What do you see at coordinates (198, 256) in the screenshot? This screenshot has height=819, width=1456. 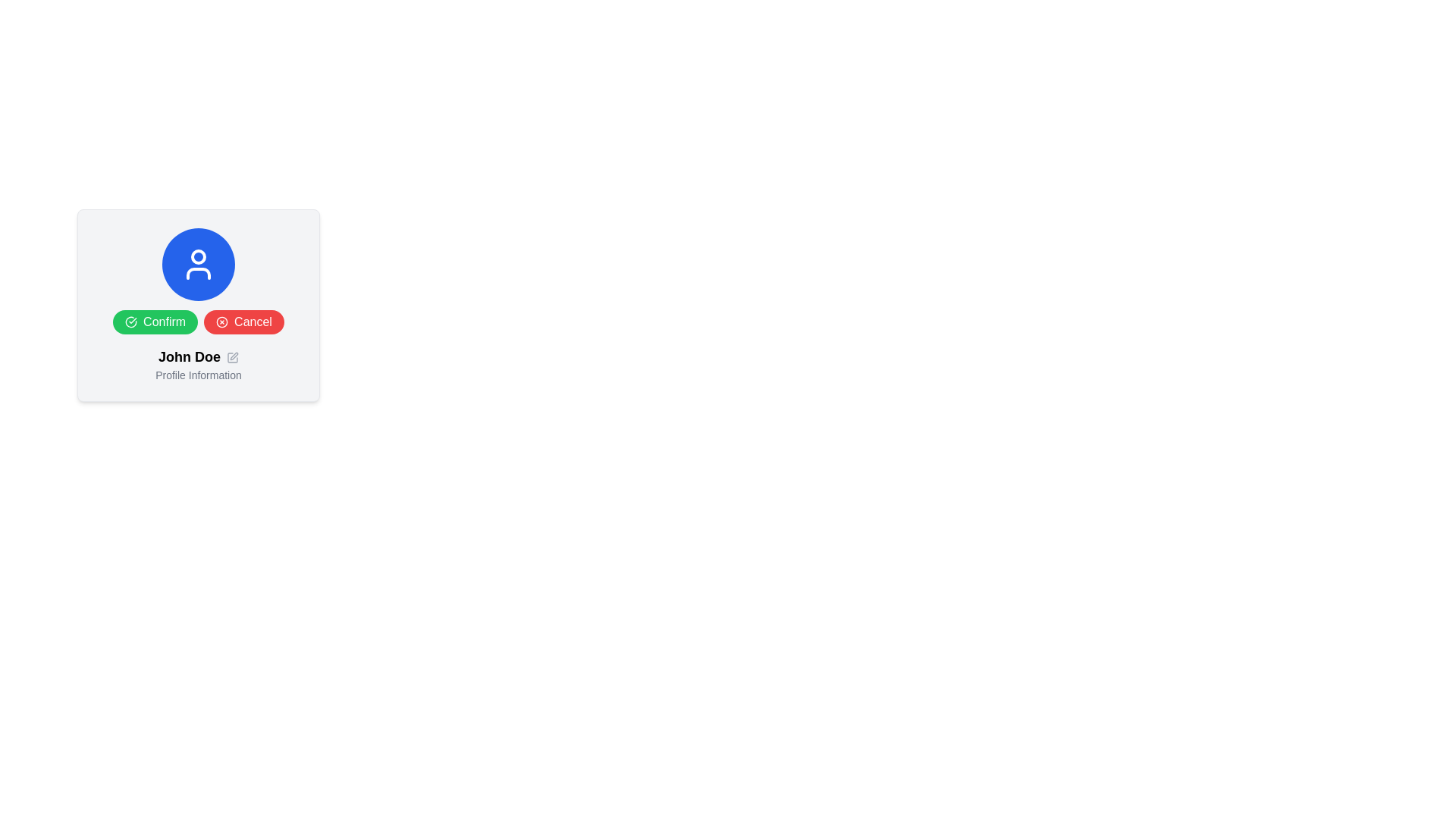 I see `the circular graphical detail that represents the head in the user avatar icon, which is centered above the base of the avatar and surrounded by a blue circular background` at bounding box center [198, 256].